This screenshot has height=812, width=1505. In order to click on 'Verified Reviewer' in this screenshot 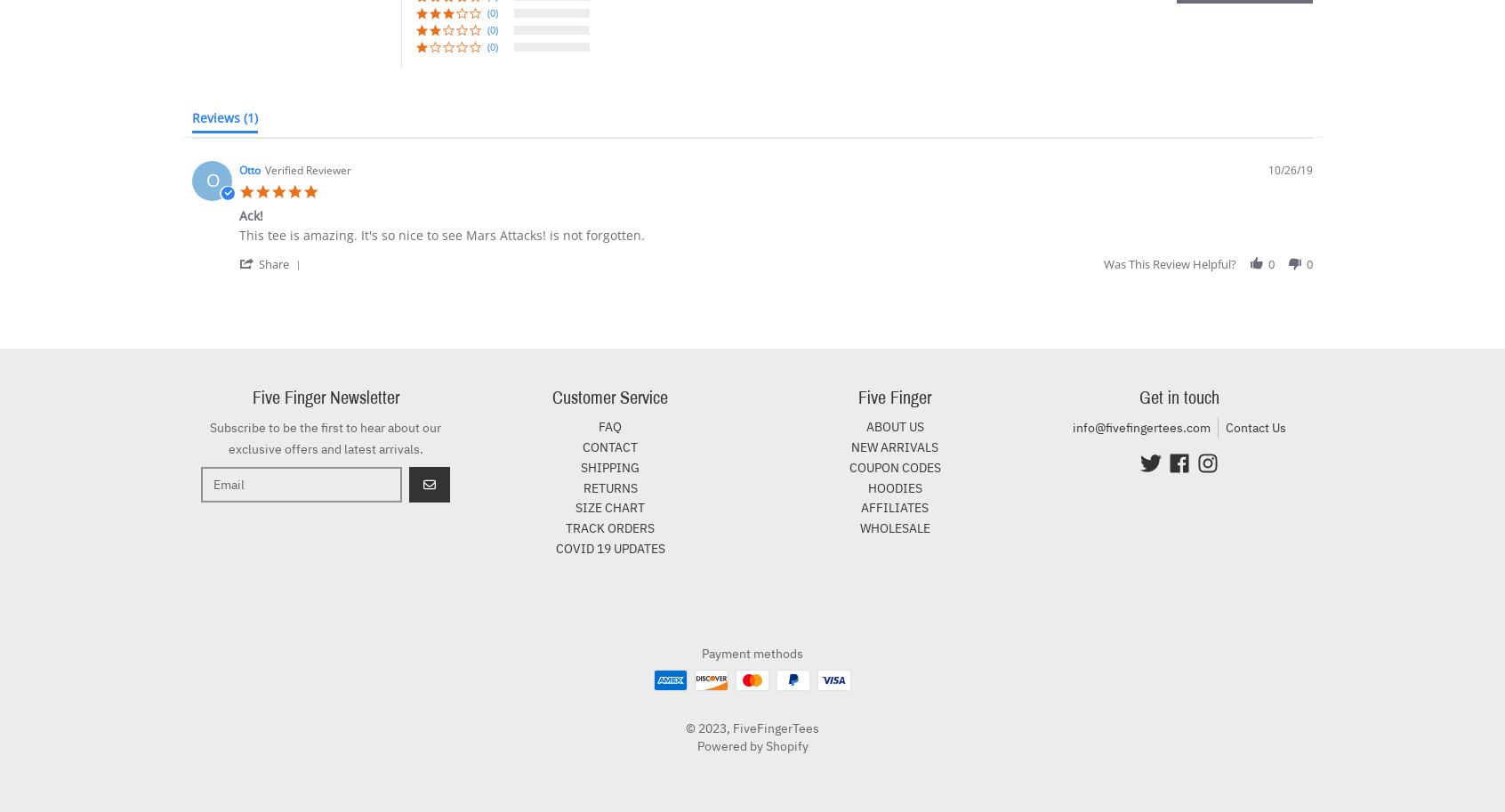, I will do `click(307, 169)`.